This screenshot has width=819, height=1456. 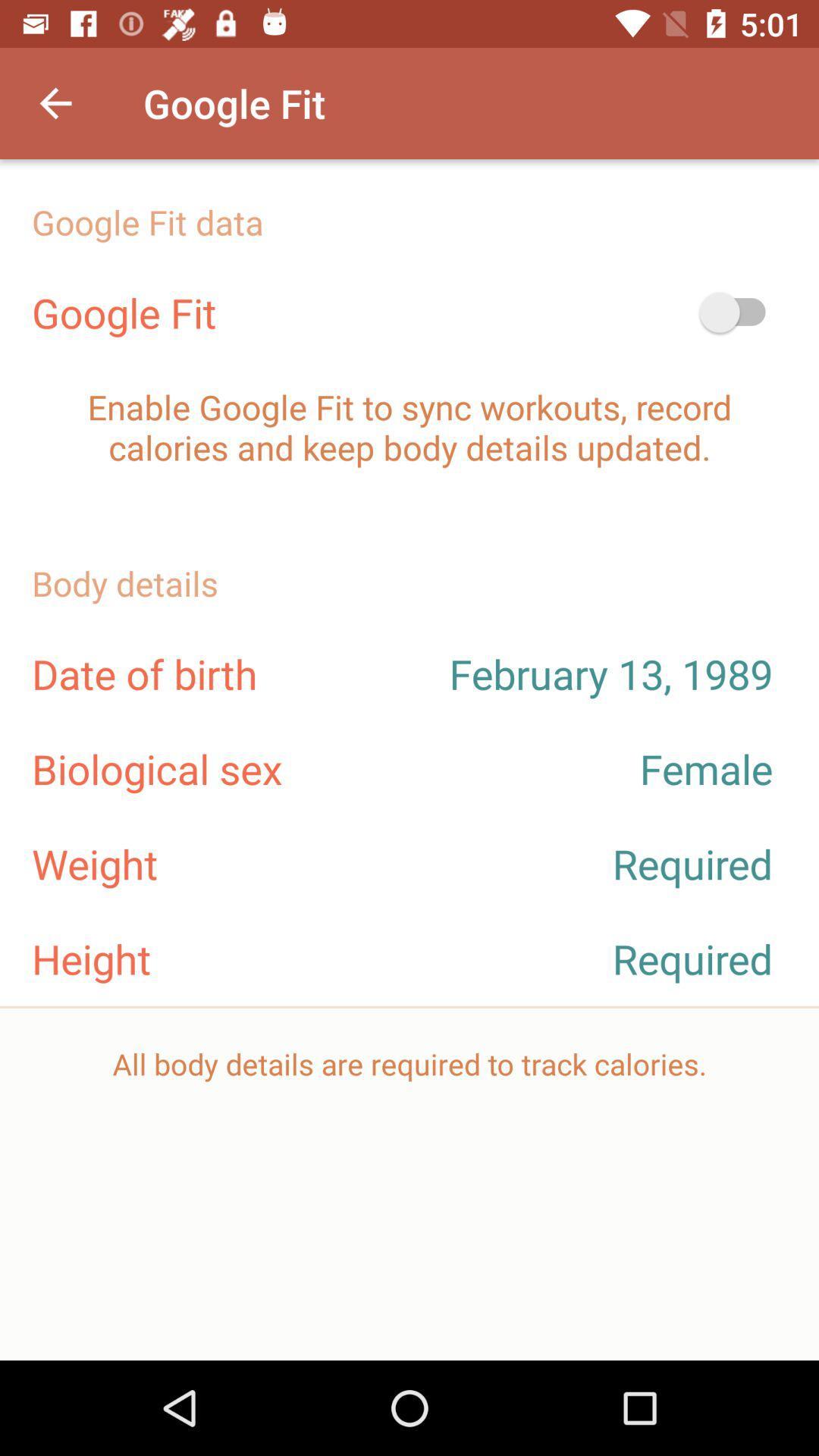 What do you see at coordinates (739, 312) in the screenshot?
I see `item to the right of google fit` at bounding box center [739, 312].